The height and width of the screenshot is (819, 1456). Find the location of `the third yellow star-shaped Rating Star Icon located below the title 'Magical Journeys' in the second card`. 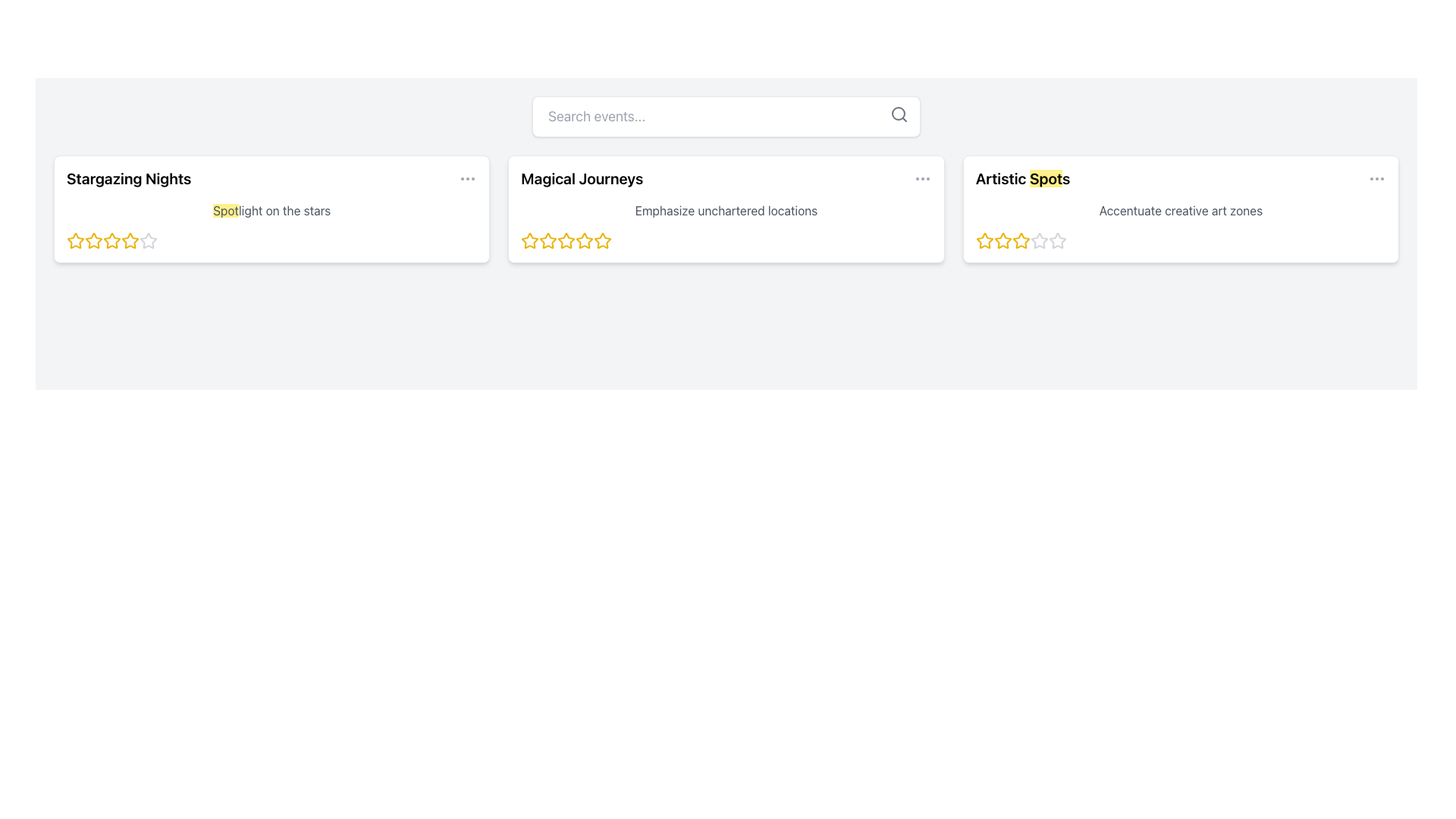

the third yellow star-shaped Rating Star Icon located below the title 'Magical Journeys' in the second card is located at coordinates (548, 240).